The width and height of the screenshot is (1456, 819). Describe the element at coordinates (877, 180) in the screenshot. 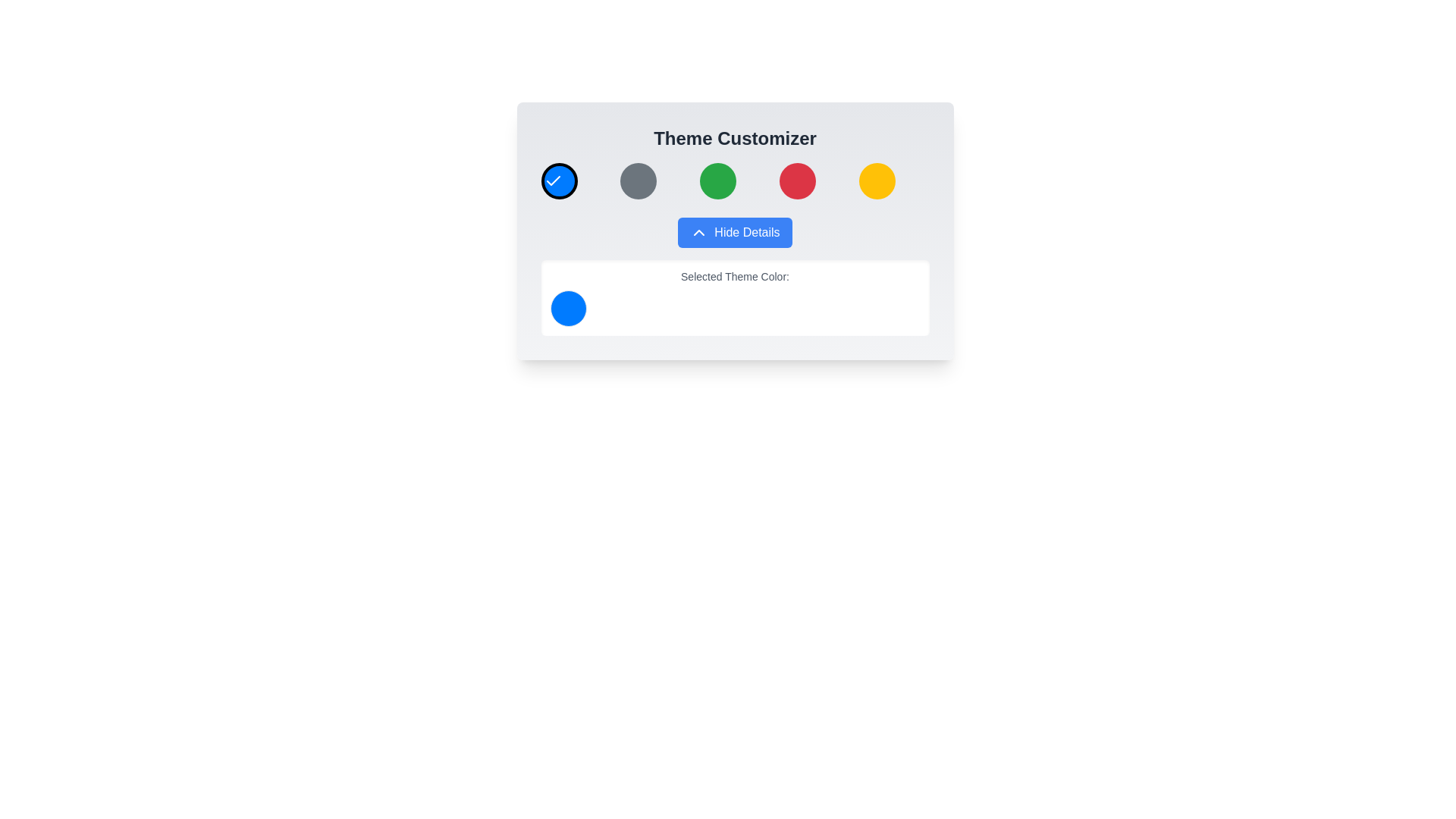

I see `the fifth circular button in the 'Theme Customizer' section to change the theme color to orange` at that location.